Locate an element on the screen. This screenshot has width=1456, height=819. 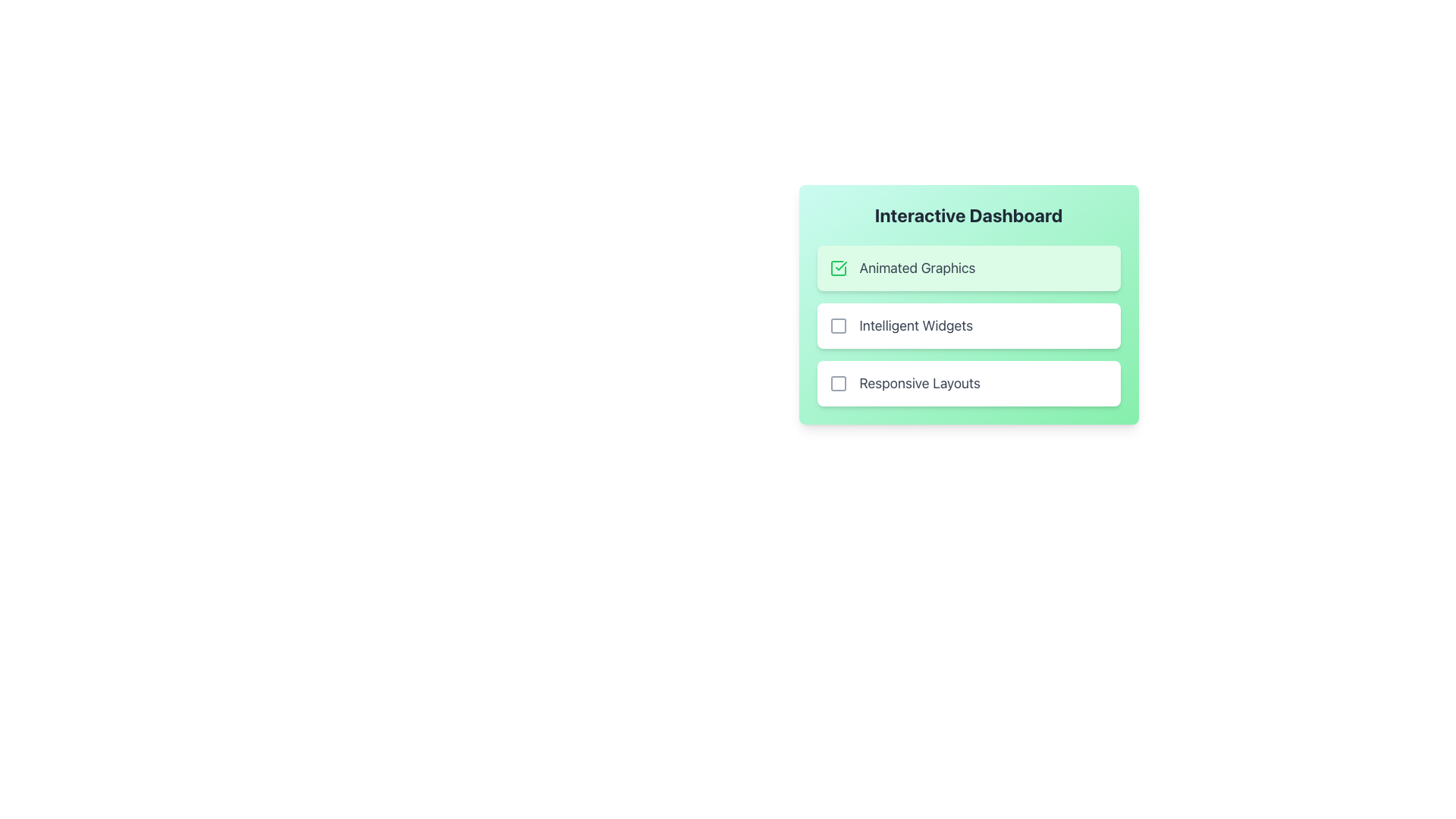
visual state of the square-shaped icon with a gray border located to the left of the text 'Intelligent Widgets' is located at coordinates (837, 325).